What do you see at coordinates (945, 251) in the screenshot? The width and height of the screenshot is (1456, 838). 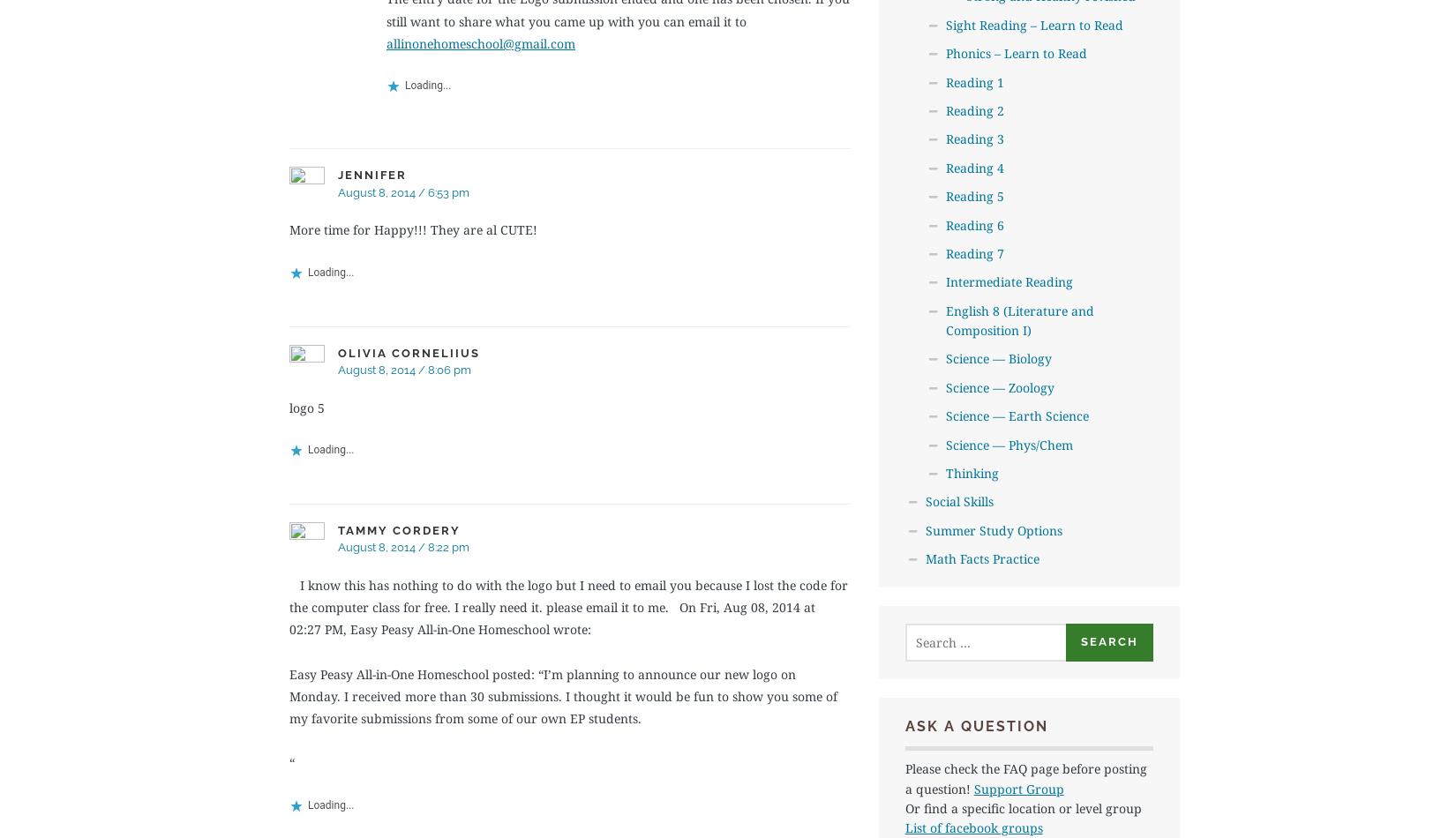 I see `'Reading 7'` at bounding box center [945, 251].